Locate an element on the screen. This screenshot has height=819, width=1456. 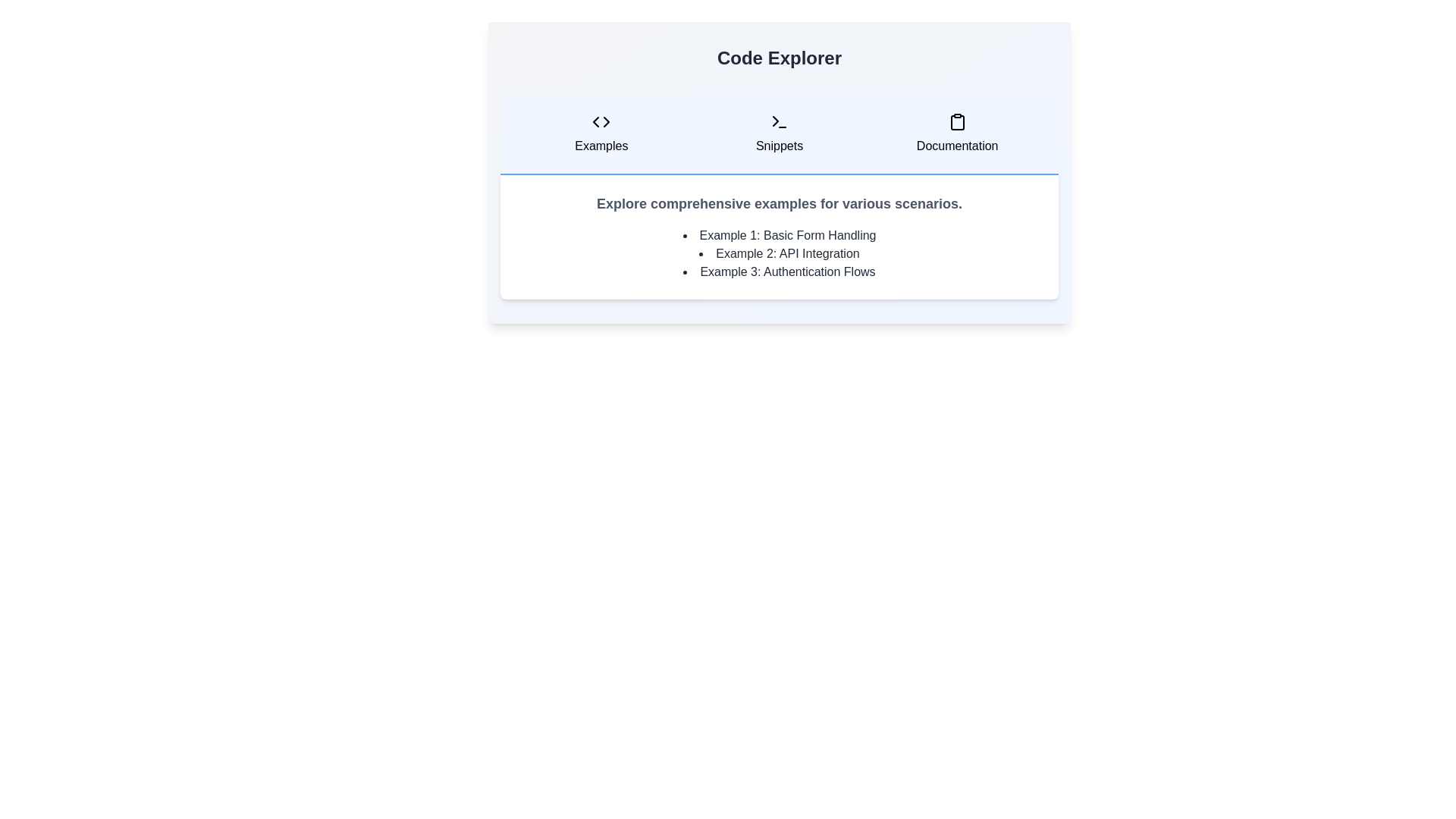
the code symbol icon, which is represented by two triangular shapes pointing outward, located at the center of the 'Examples' tab is located at coordinates (601, 121).